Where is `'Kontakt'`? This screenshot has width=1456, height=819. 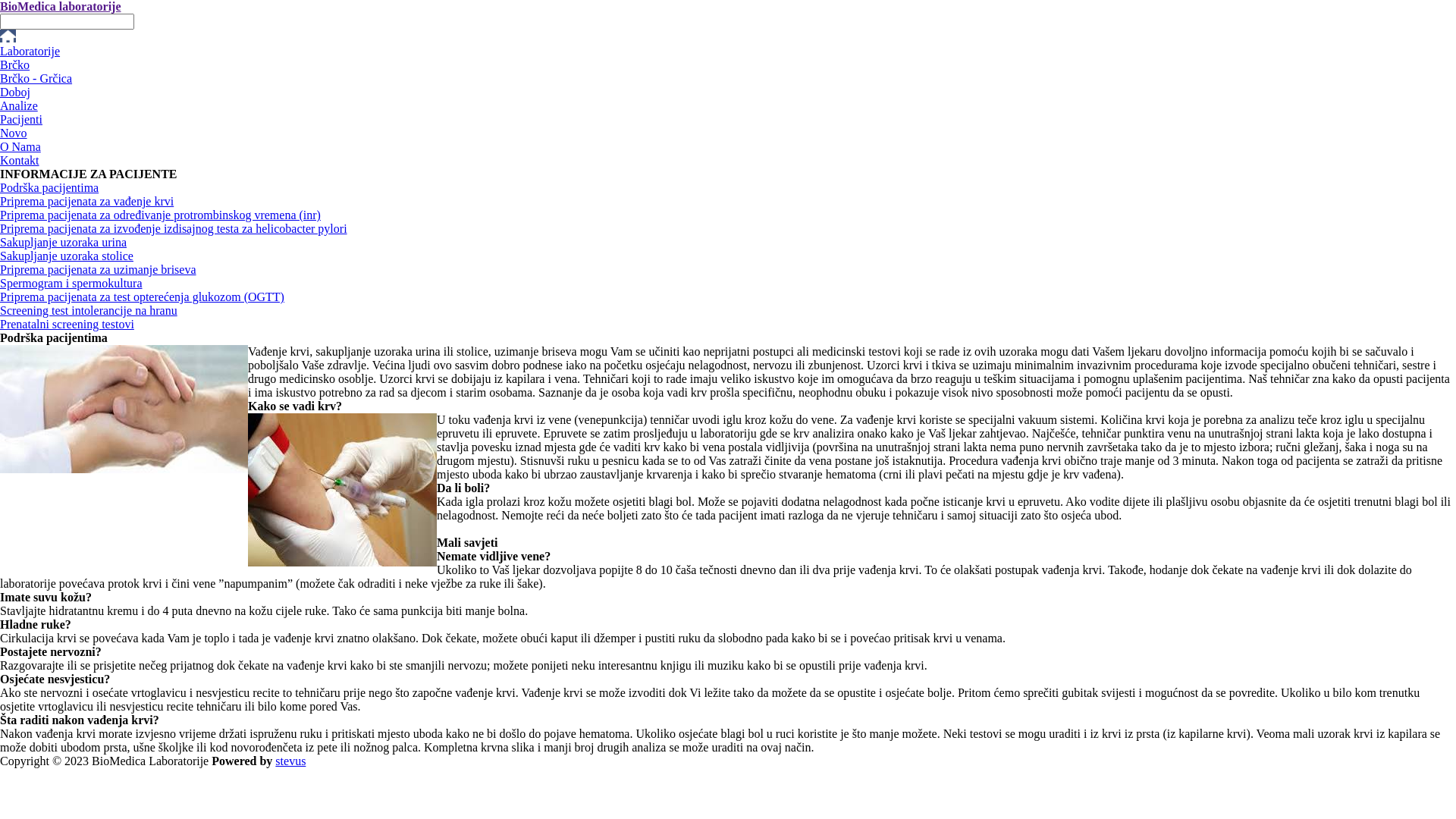
'Kontakt' is located at coordinates (19, 160).